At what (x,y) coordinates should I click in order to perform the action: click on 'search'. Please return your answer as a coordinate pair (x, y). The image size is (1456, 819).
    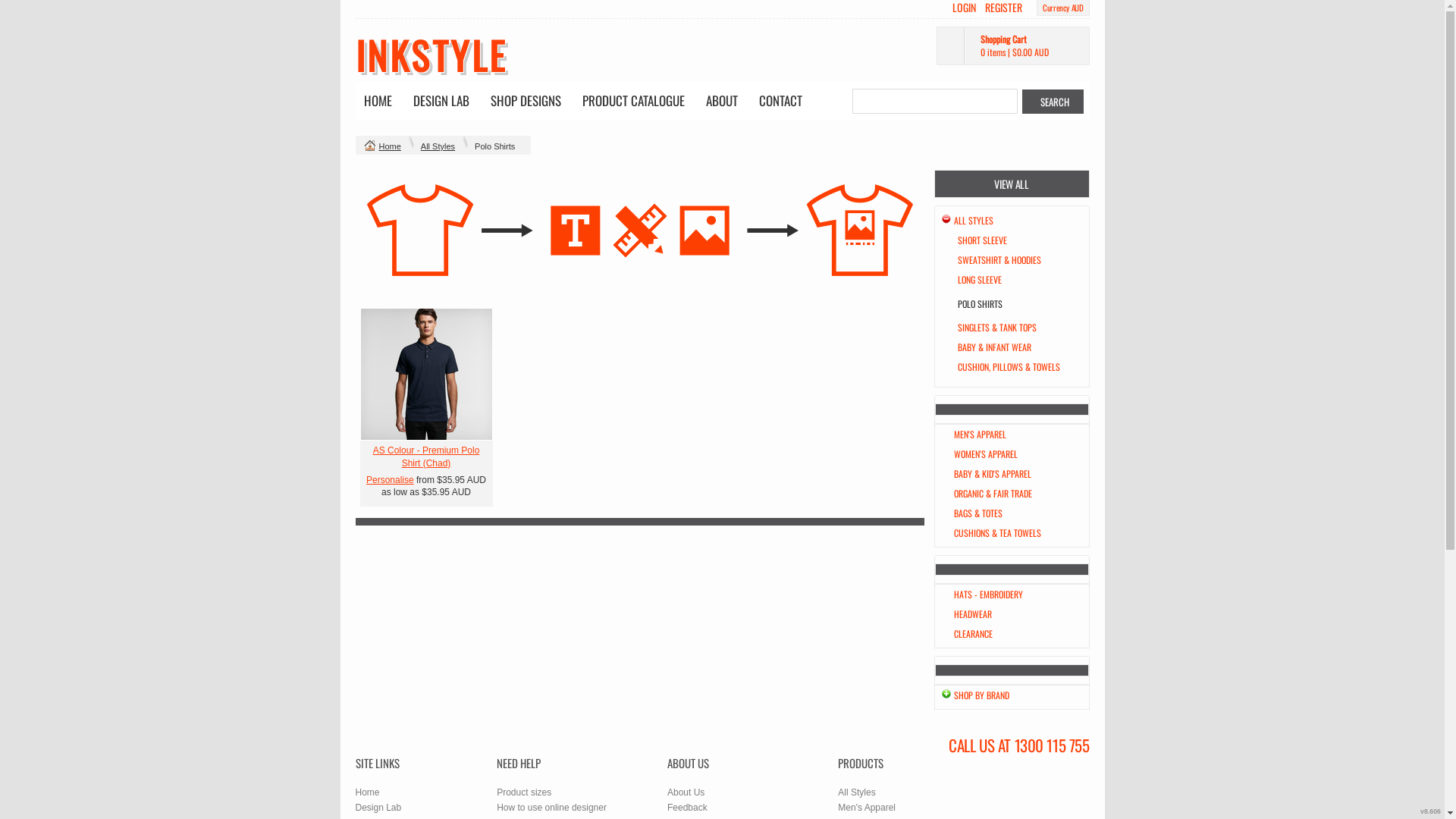
    Looking at the image, I should click on (1052, 102).